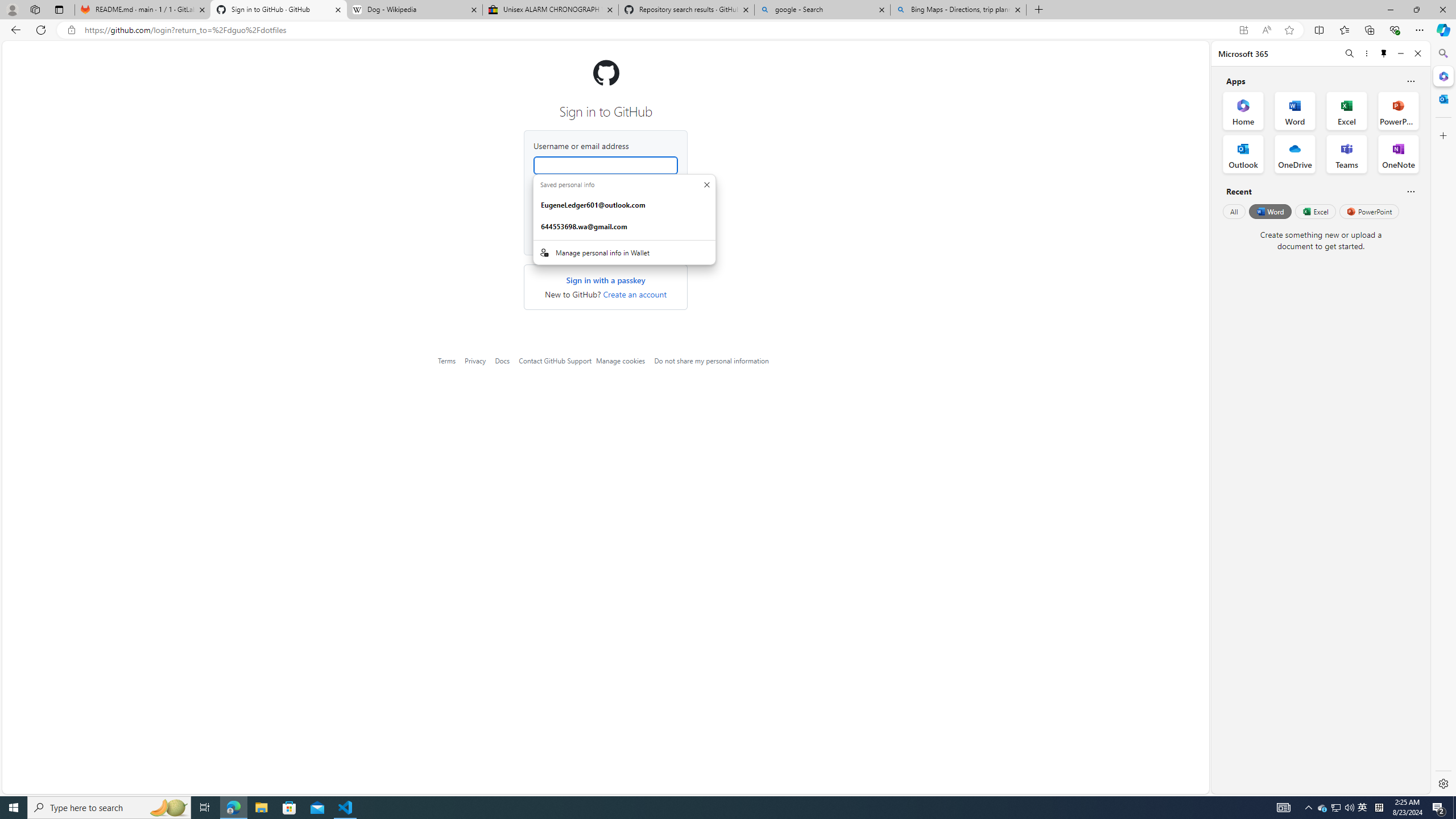  Describe the element at coordinates (605, 279) in the screenshot. I see `'Sign in with a passkey'` at that location.